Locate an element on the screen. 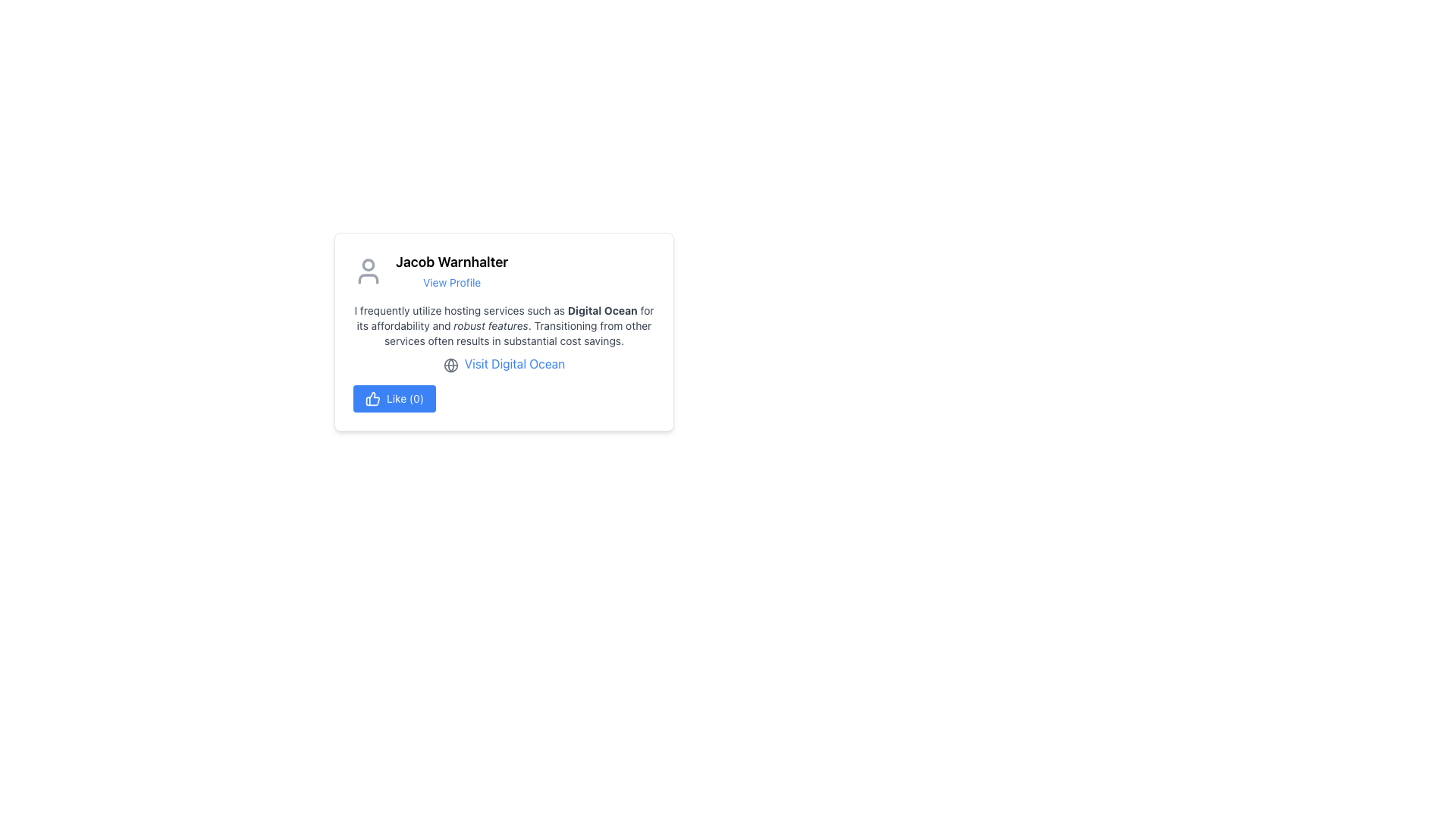 The image size is (1456, 819). the hyperlink located below the name 'Jacob Warnhalter' is located at coordinates (451, 282).